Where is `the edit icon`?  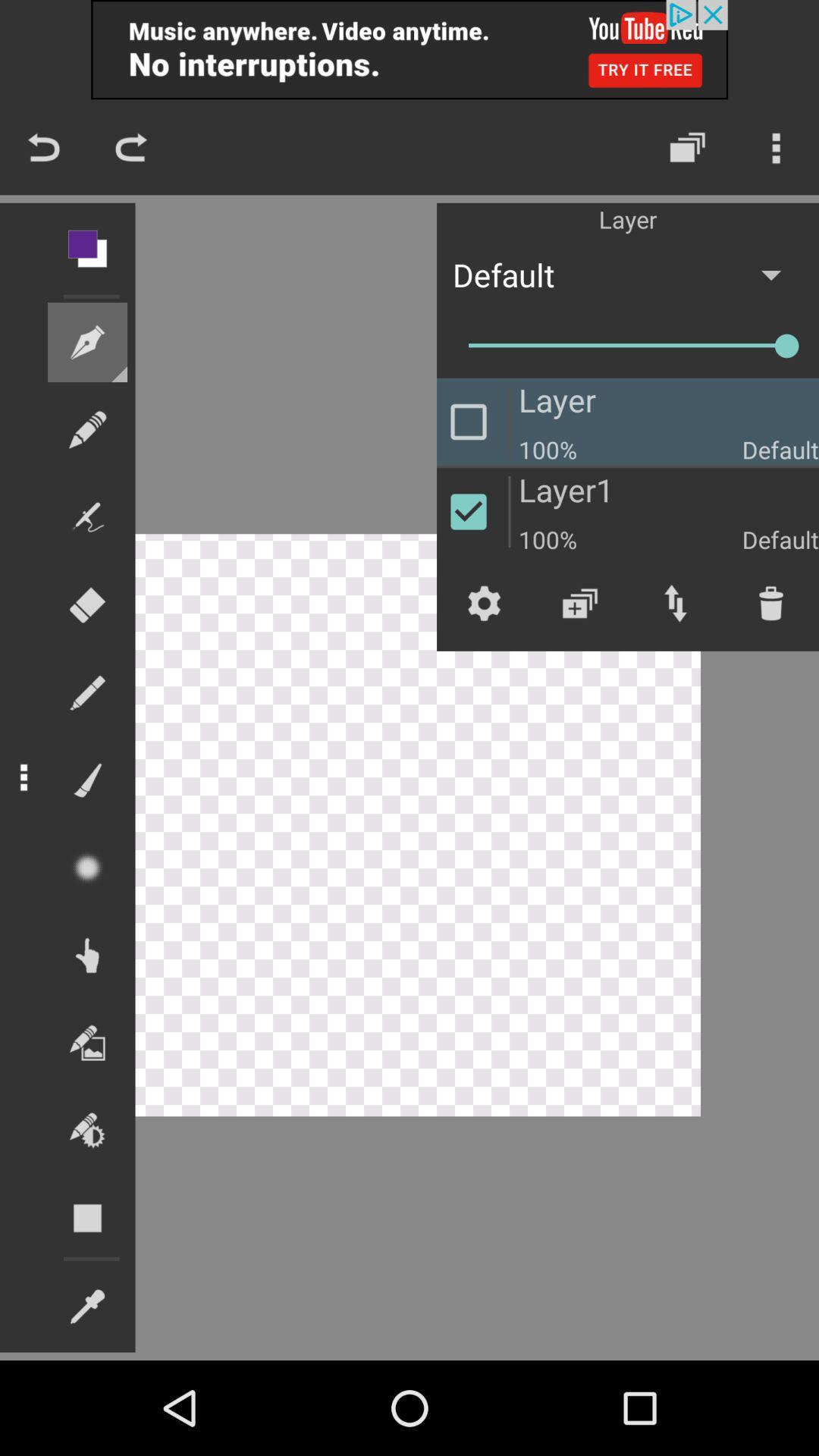
the edit icon is located at coordinates (87, 341).